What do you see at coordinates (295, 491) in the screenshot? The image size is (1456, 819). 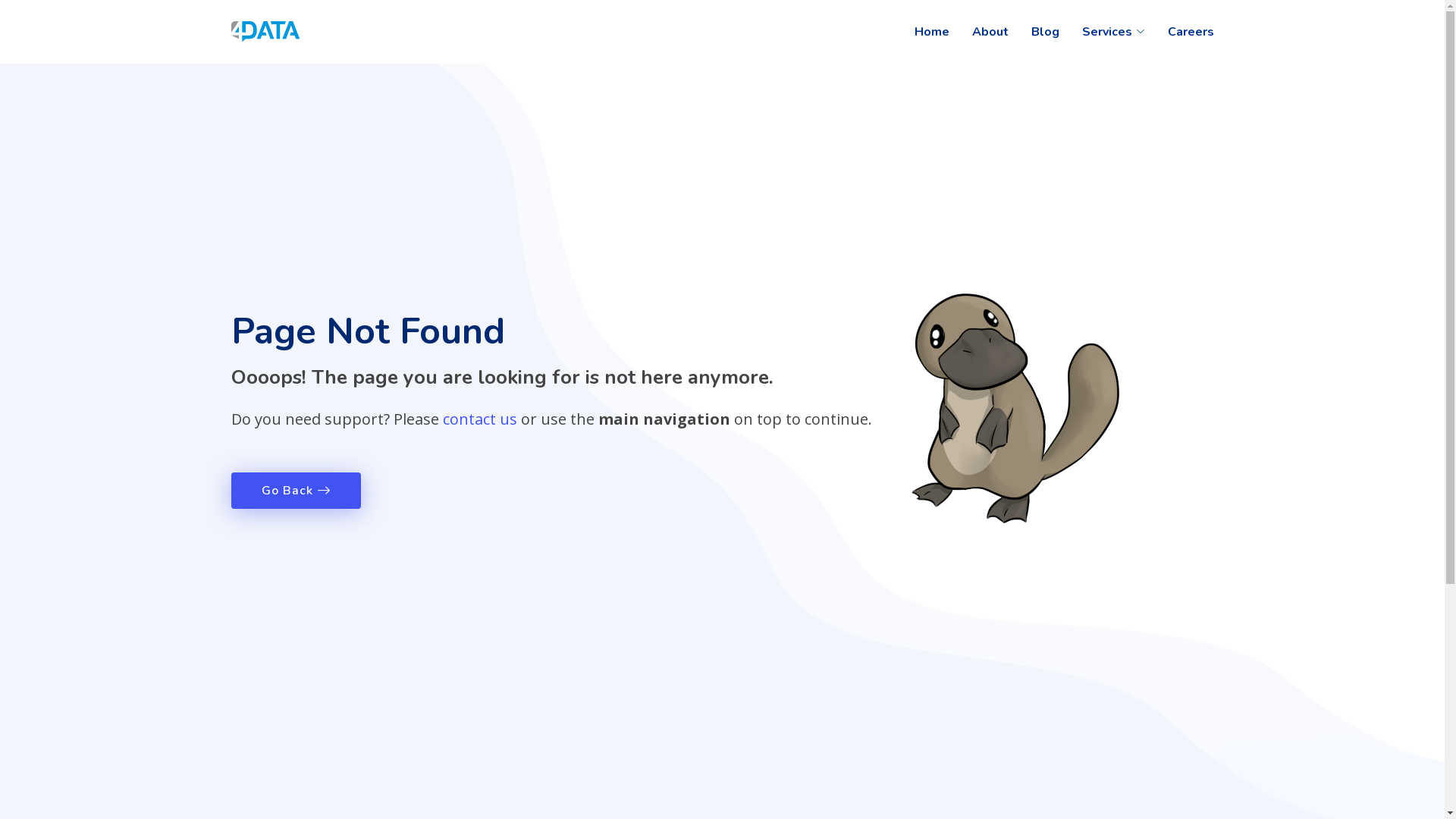 I see `'Go Back'` at bounding box center [295, 491].